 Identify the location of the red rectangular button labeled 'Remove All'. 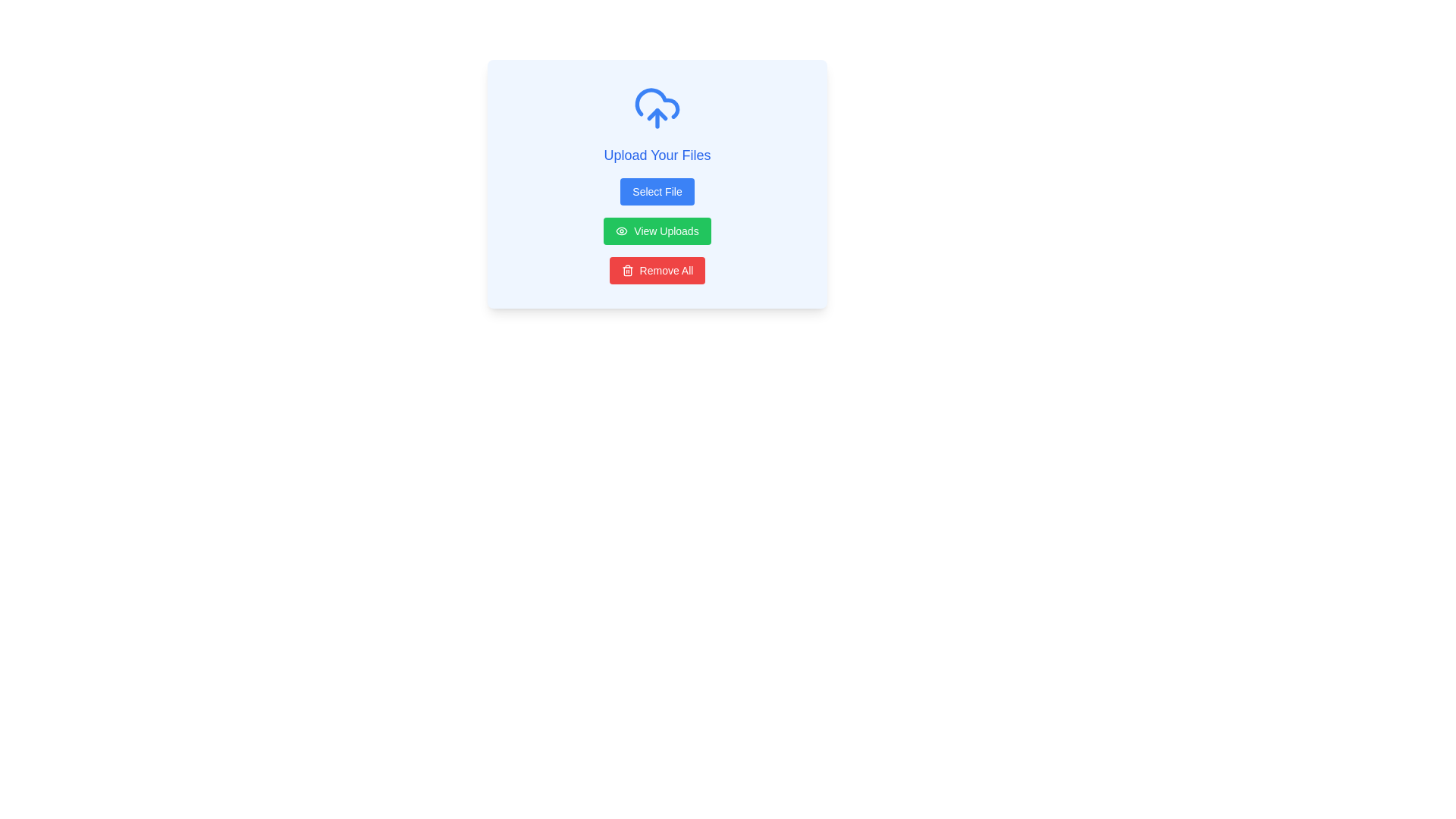
(657, 270).